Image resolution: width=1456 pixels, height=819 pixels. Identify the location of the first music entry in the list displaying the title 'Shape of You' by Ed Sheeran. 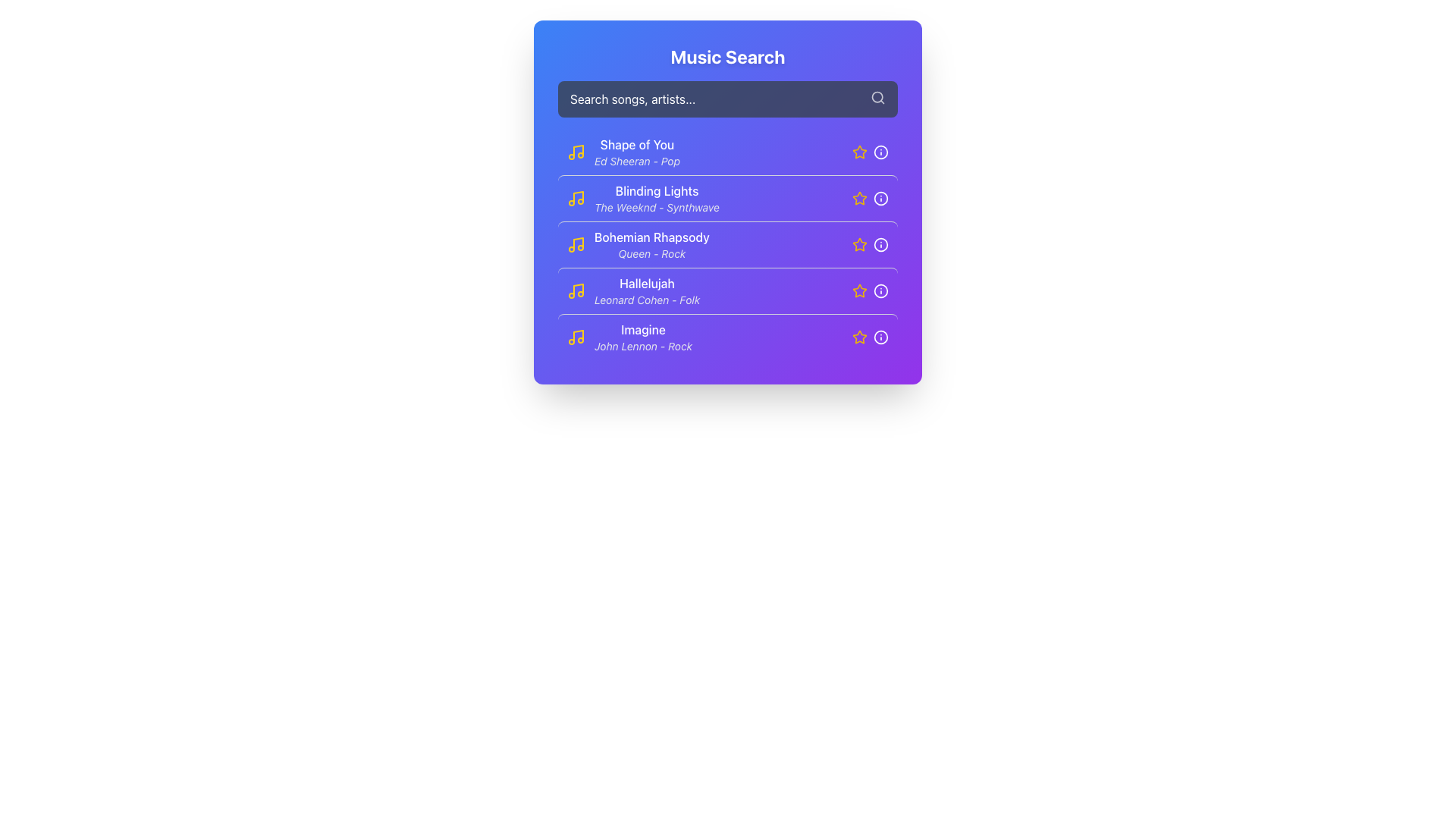
(728, 152).